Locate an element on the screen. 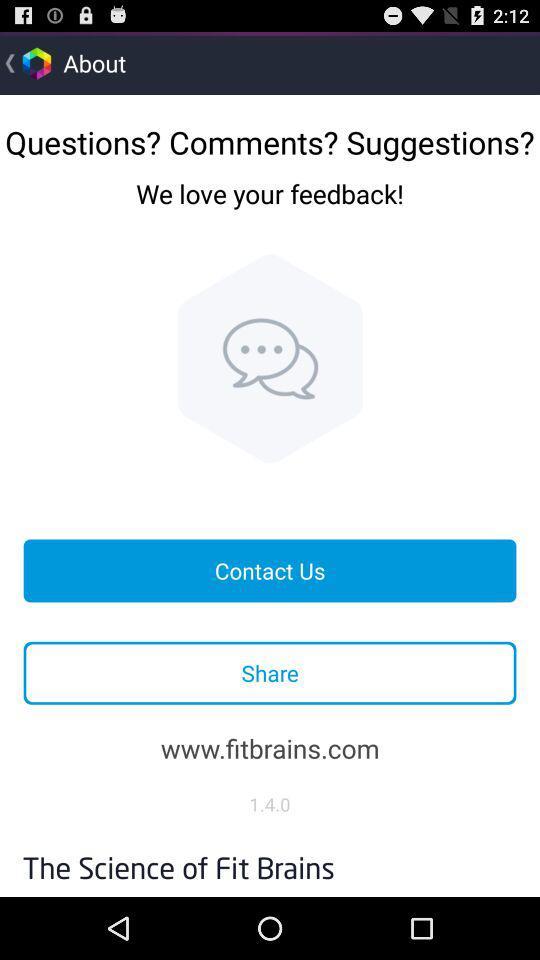  the app below questions? comments? suggestions? is located at coordinates (270, 209).